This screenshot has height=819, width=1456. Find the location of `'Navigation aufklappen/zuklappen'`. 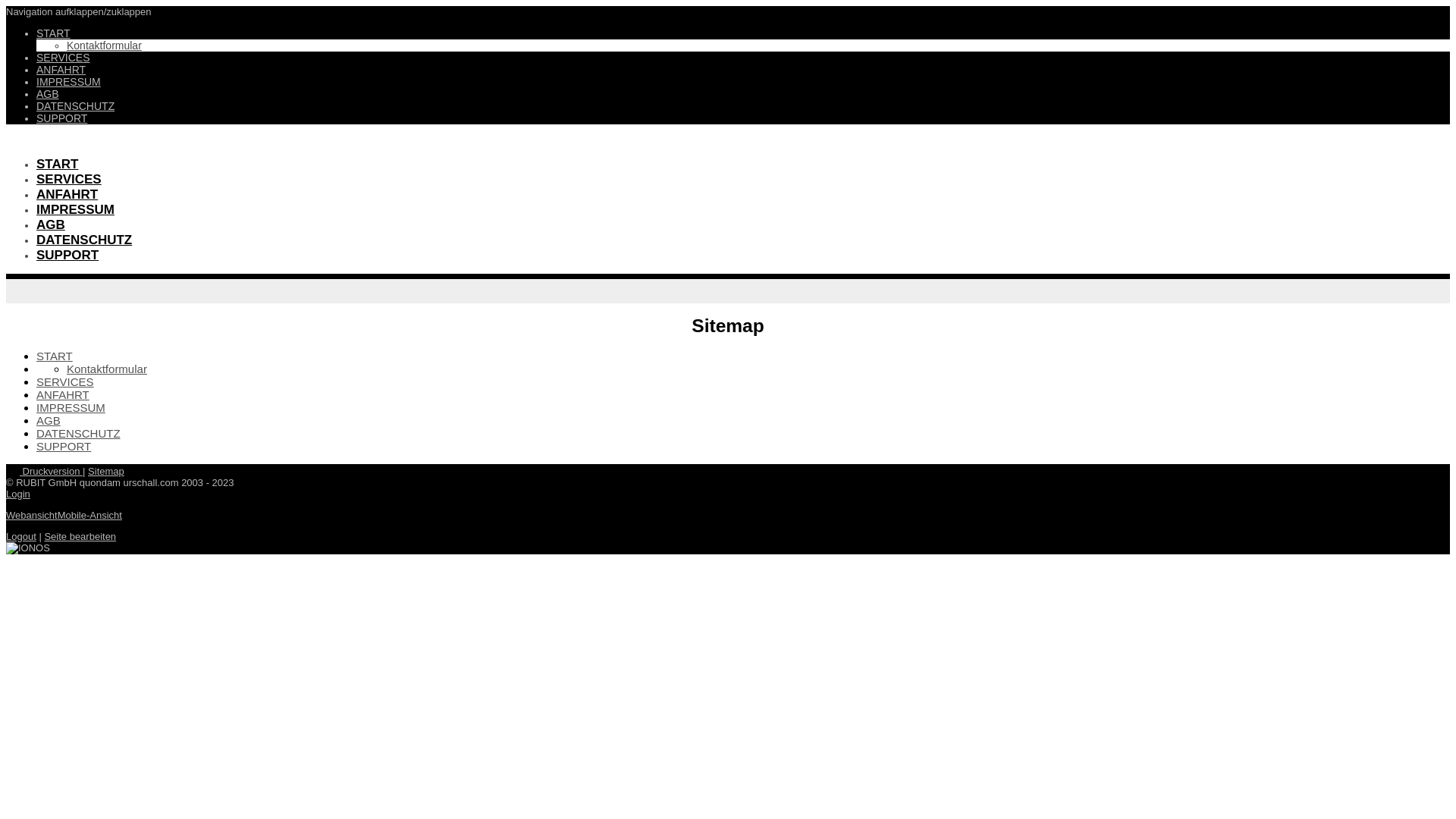

'Navigation aufklappen/zuklappen' is located at coordinates (78, 11).